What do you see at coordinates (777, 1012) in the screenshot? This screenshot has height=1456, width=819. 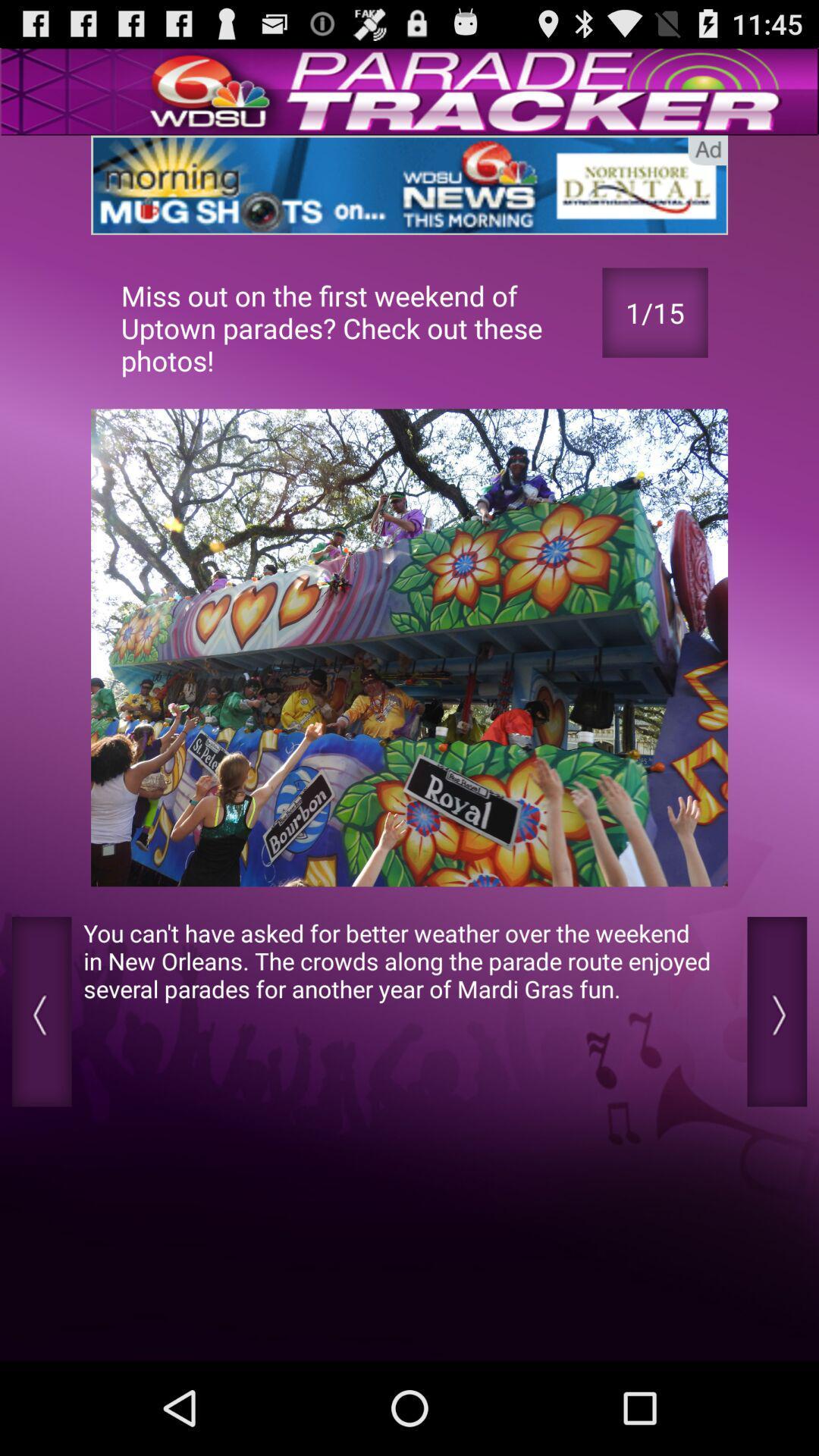 I see `next` at bounding box center [777, 1012].